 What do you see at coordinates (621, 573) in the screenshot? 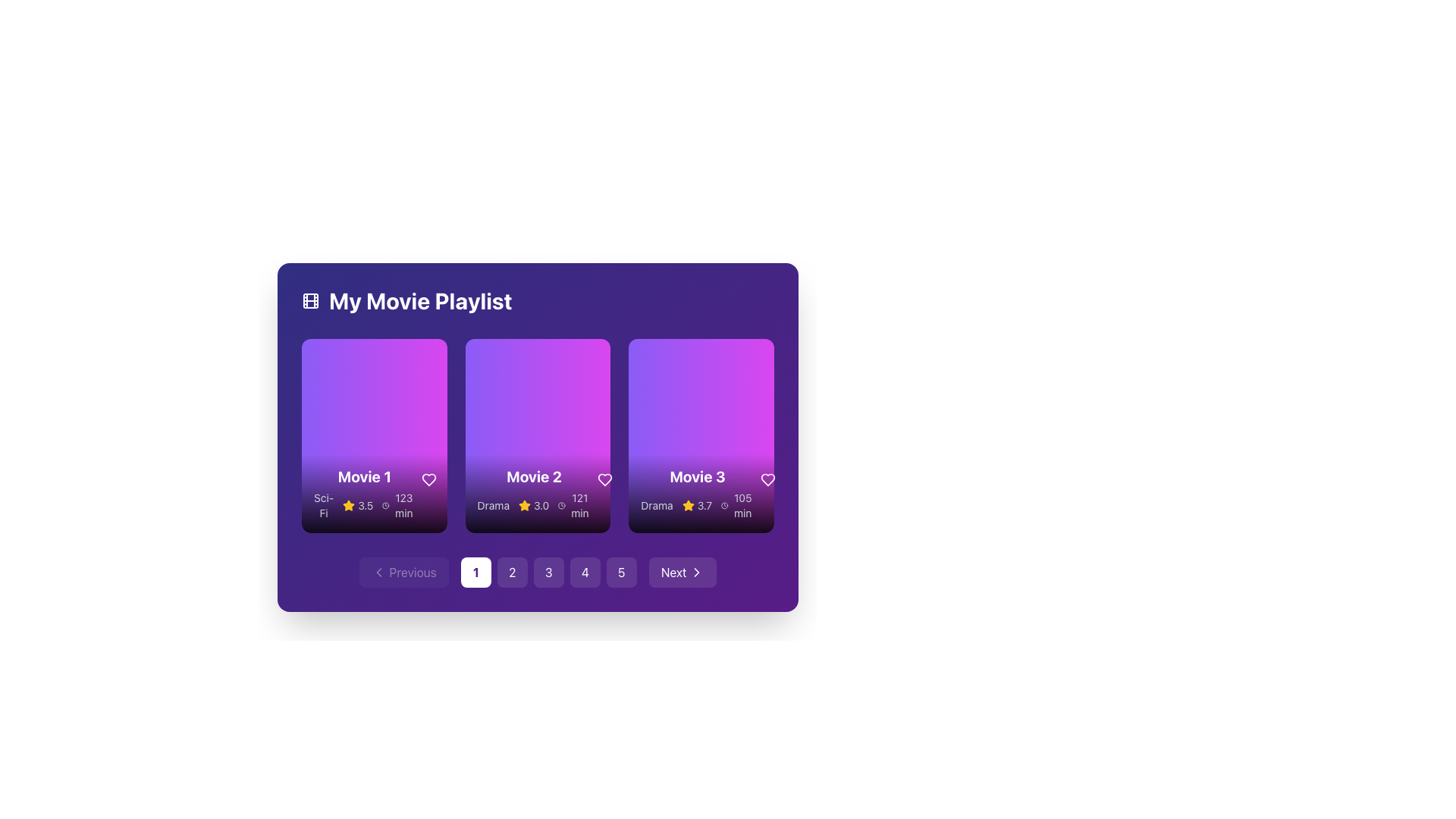
I see `the fifth page button in the 'My Movie Playlist' section` at bounding box center [621, 573].